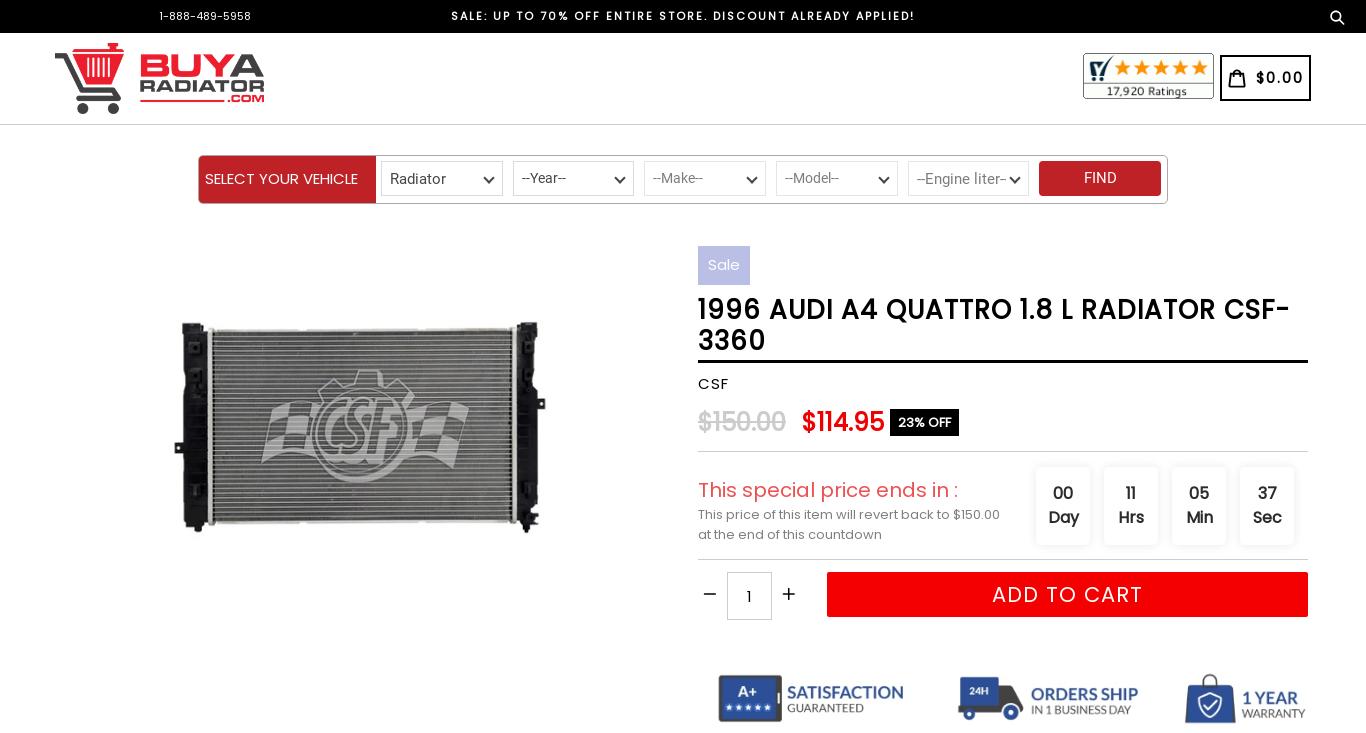 This screenshot has height=733, width=1366. Describe the element at coordinates (989, 593) in the screenshot. I see `'Add to cart'` at that location.